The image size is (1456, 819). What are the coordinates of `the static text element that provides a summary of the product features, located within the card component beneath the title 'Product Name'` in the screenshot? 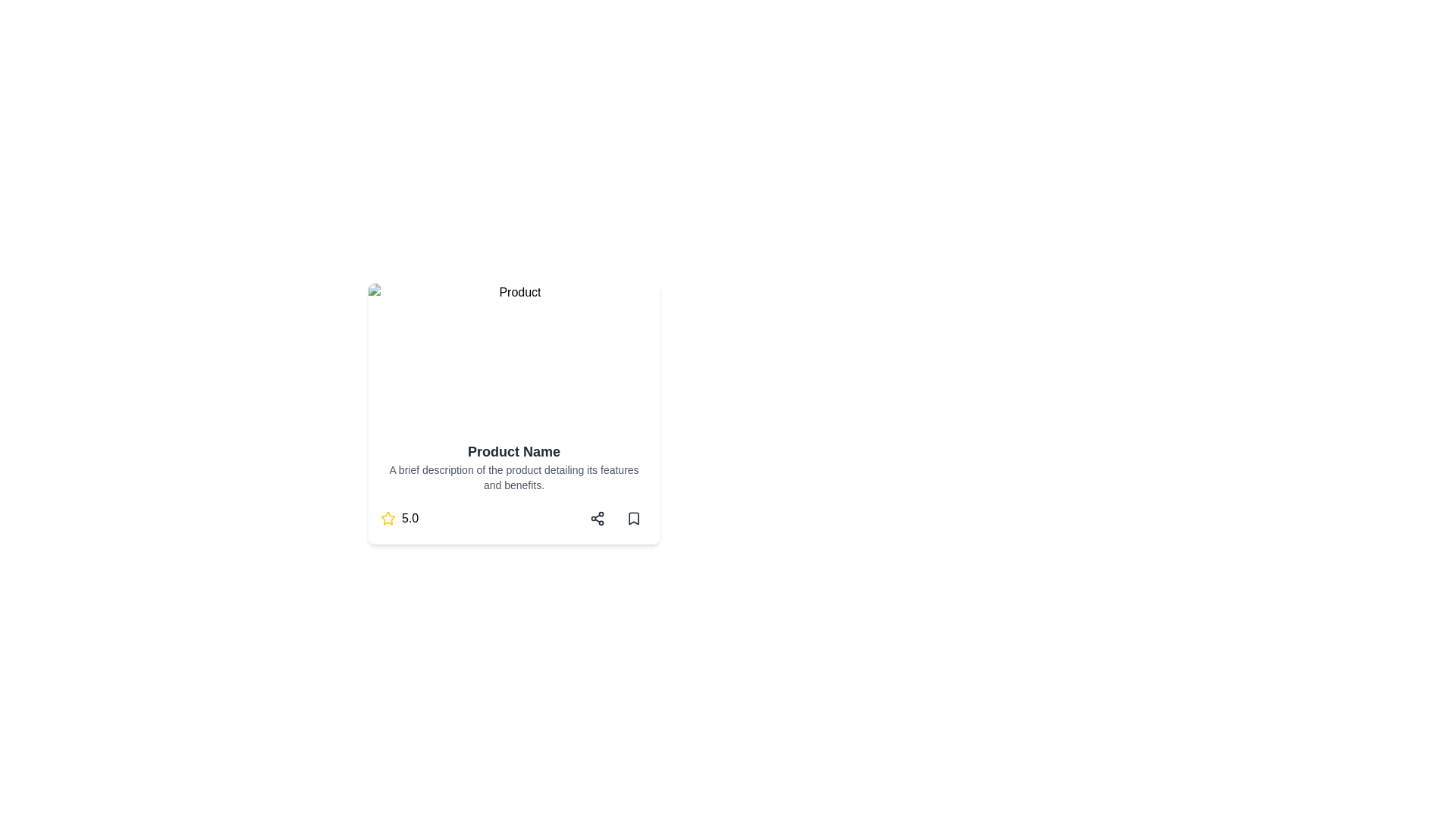 It's located at (513, 476).